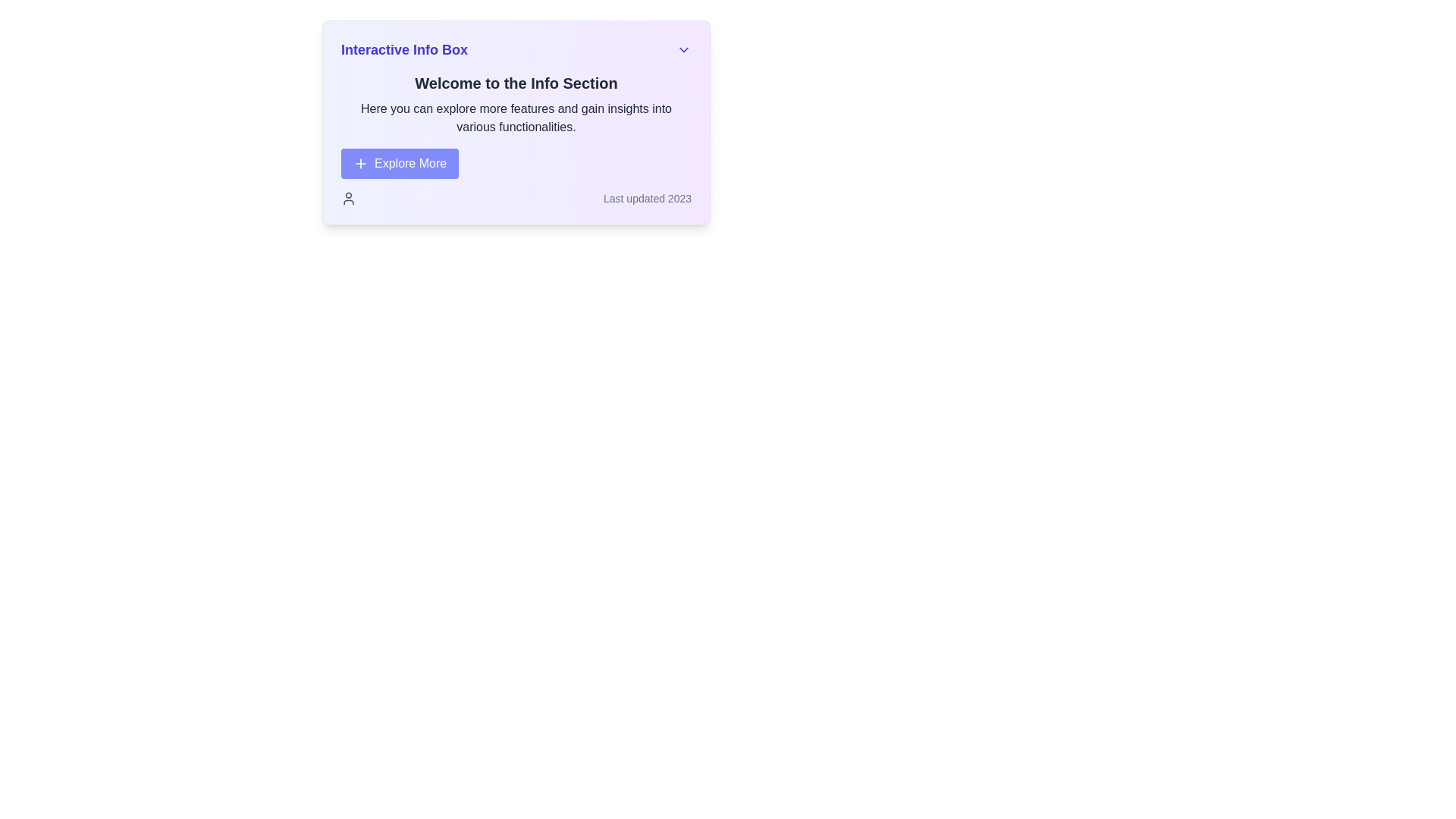 Image resolution: width=1456 pixels, height=819 pixels. What do you see at coordinates (359, 164) in the screenshot?
I see `the Icon located on the left side of the 'Explore More' button, which indicates an action to add or explore more content` at bounding box center [359, 164].